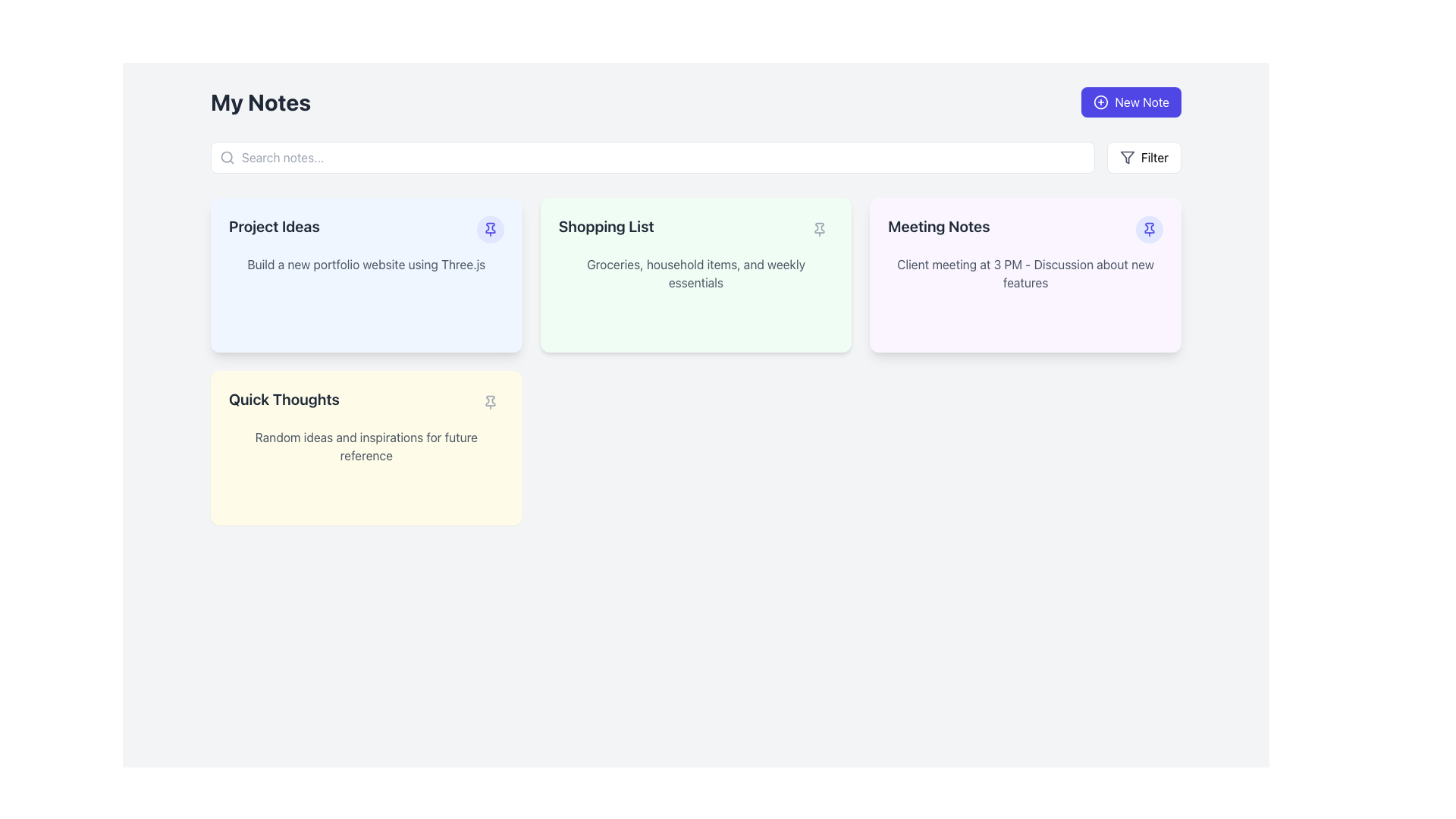  I want to click on the pushpin icon button located at the top-right corner of the 'Quick Thoughts' yellow card to pin or unpin the card, so click(490, 402).